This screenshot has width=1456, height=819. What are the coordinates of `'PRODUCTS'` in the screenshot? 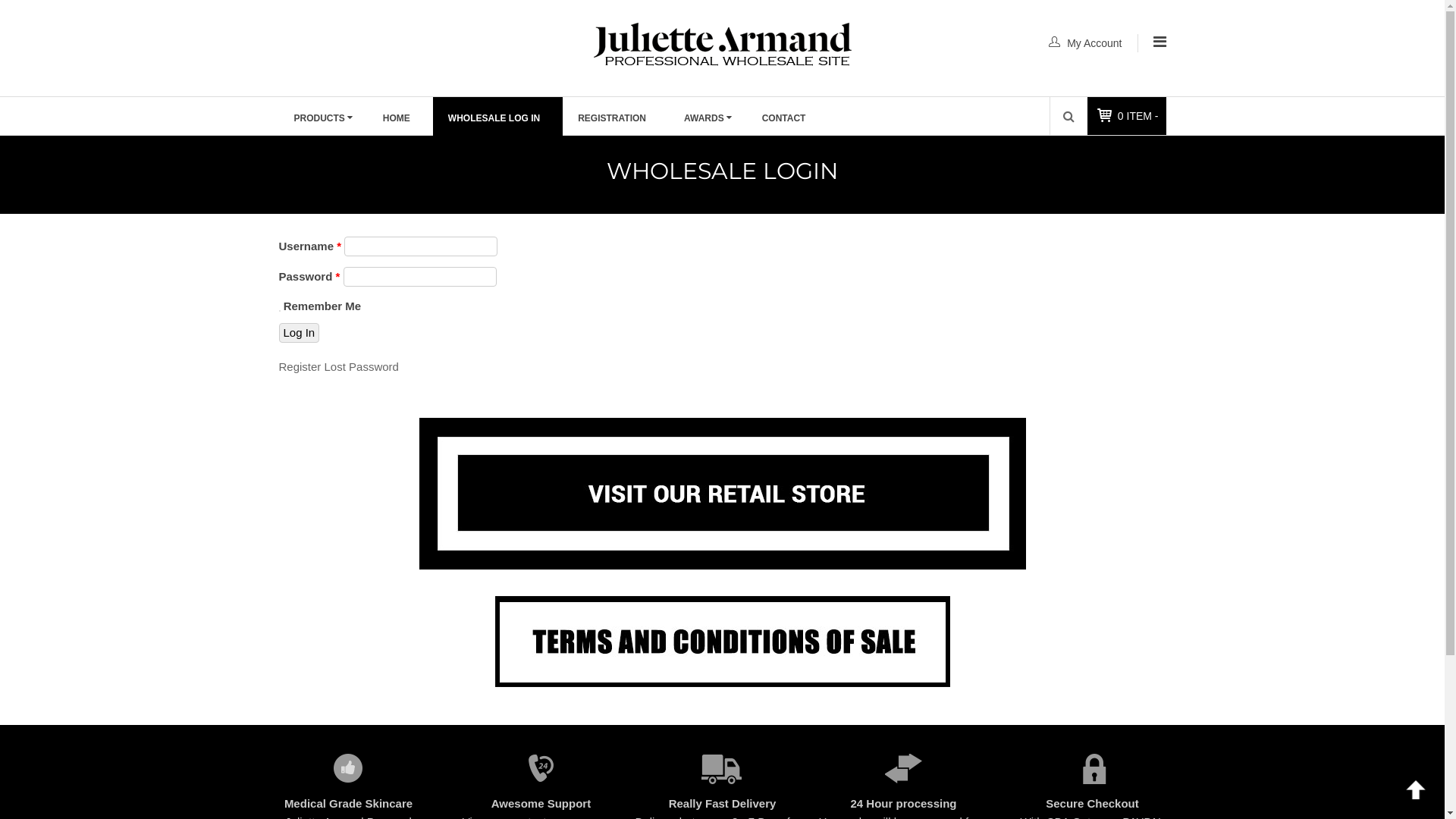 It's located at (279, 116).